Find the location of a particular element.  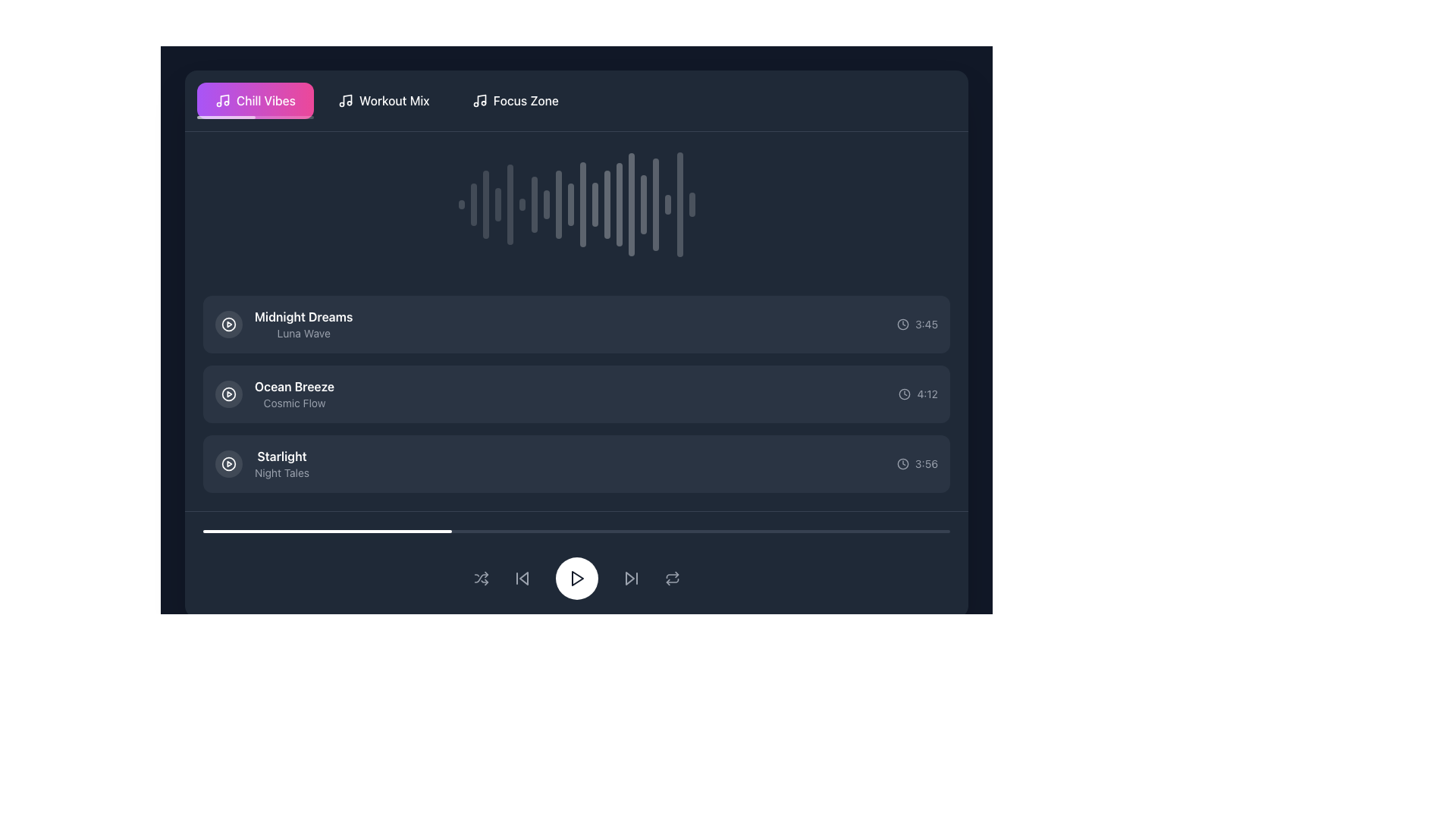

vertical line of the music note icon located near the upper-left corner of the interface, which represents the 'Chill Vibes' section is located at coordinates (481, 99).